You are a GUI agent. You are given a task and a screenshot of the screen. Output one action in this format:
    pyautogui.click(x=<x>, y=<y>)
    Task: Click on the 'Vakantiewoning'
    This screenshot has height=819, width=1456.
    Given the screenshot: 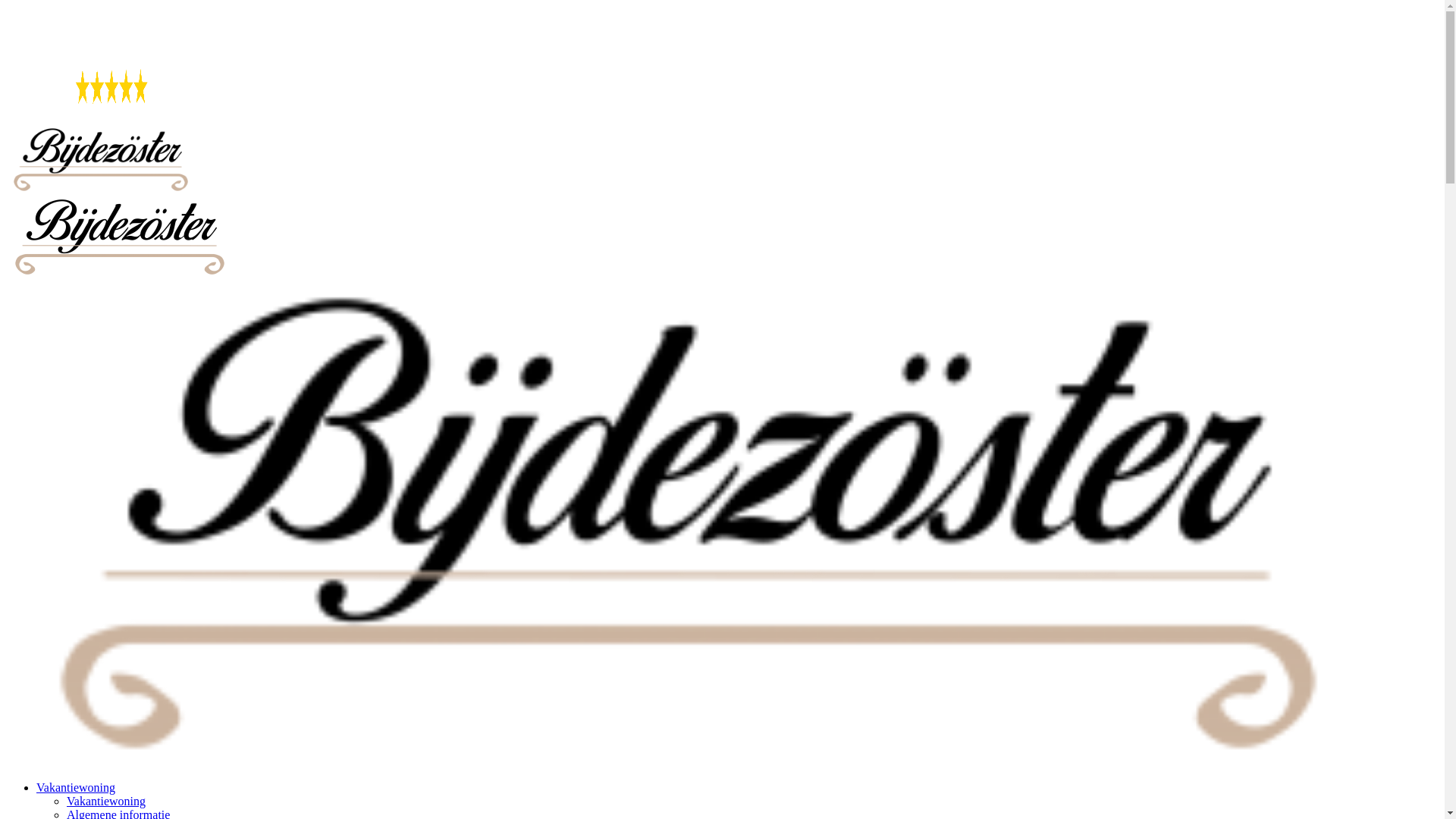 What is the action you would take?
    pyautogui.click(x=36, y=786)
    